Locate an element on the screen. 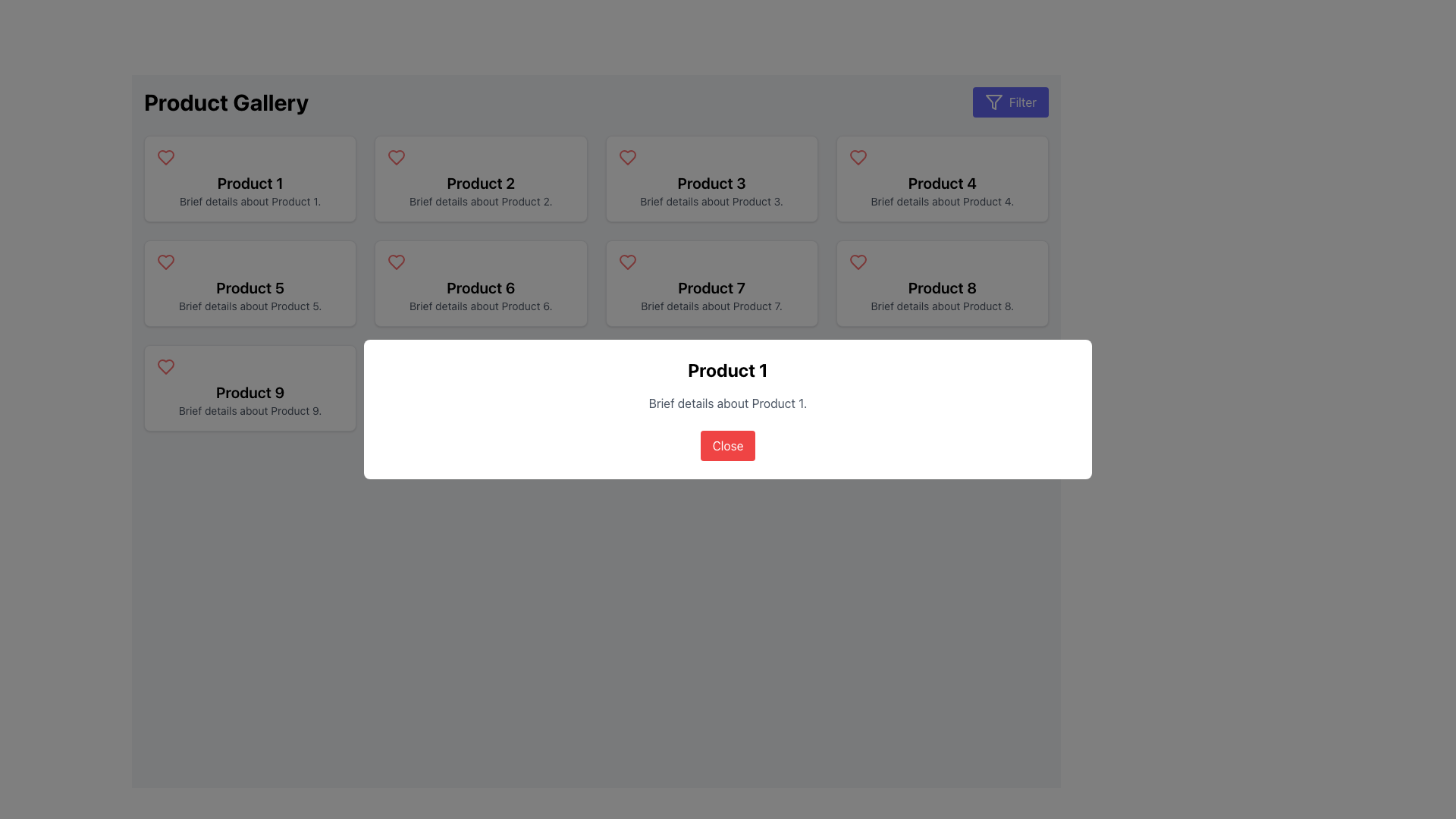 Image resolution: width=1456 pixels, height=819 pixels. the primary title of the product card, which is a static text element located in the middle-top area of the interface, positioned in the second position of the first row in a grid layout is located at coordinates (480, 183).